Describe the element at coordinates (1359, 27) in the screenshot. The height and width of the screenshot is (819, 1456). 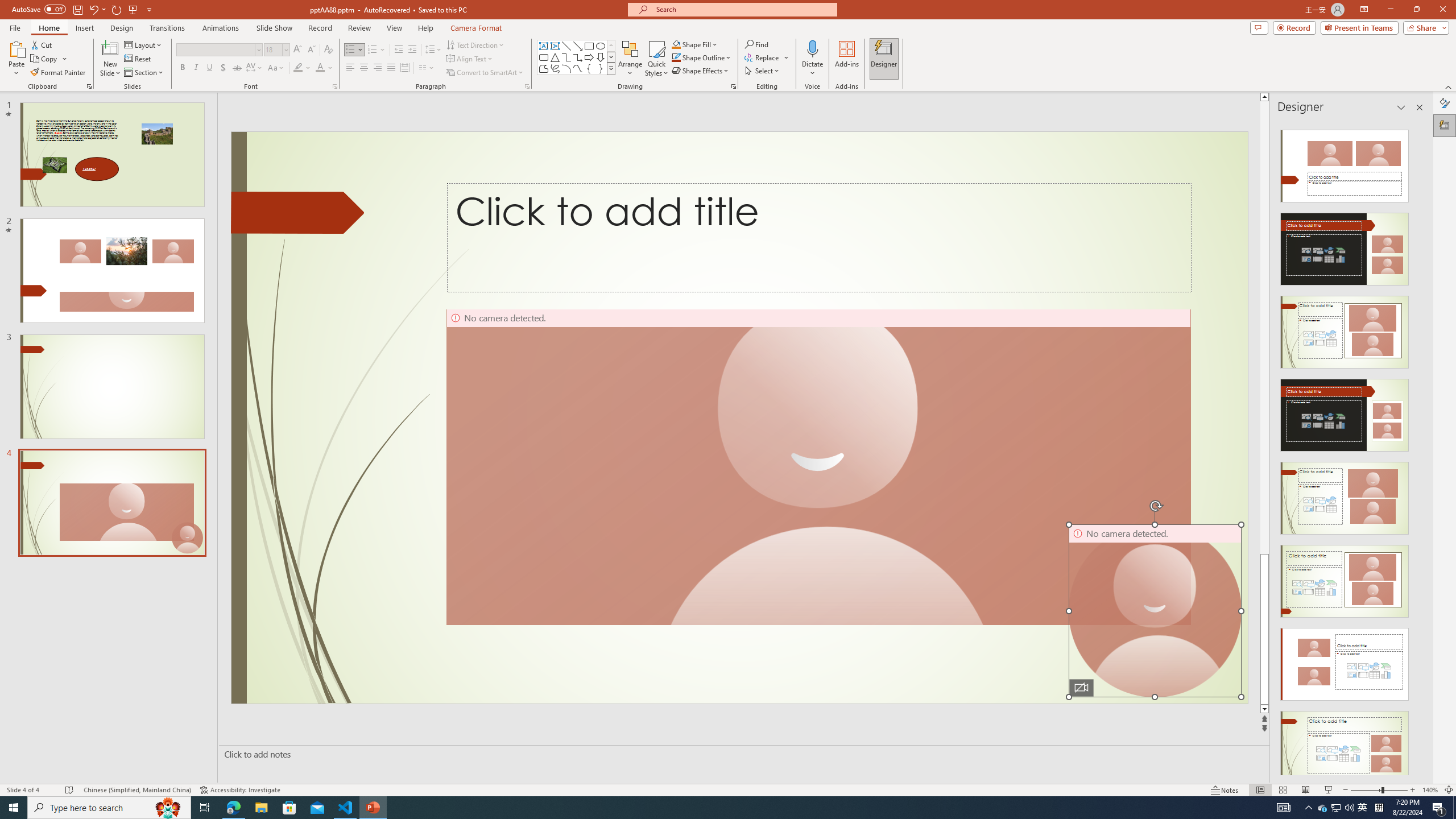
I see `'Present in Teams'` at that location.